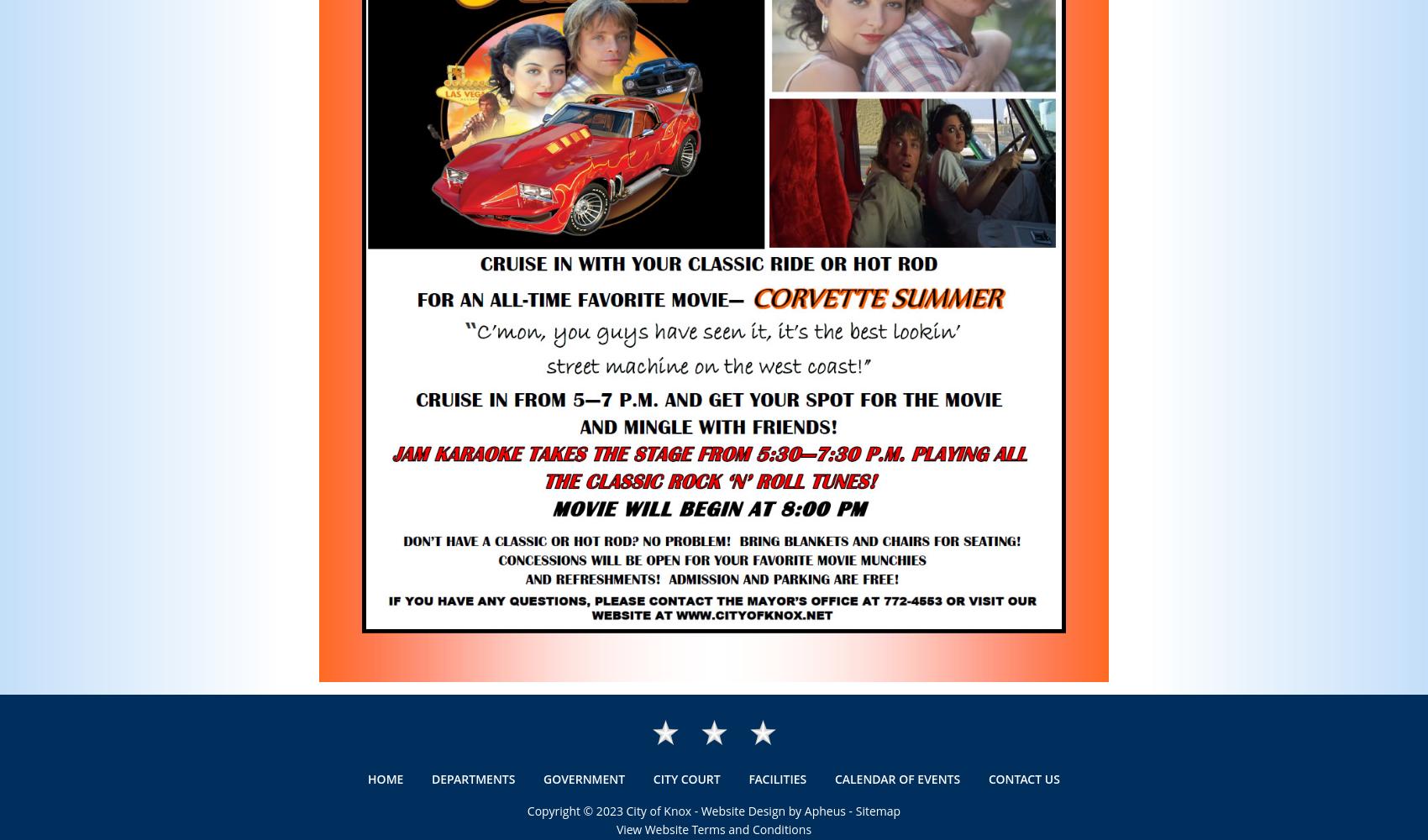 This screenshot has height=840, width=1428. I want to click on 'Departments', so click(472, 779).